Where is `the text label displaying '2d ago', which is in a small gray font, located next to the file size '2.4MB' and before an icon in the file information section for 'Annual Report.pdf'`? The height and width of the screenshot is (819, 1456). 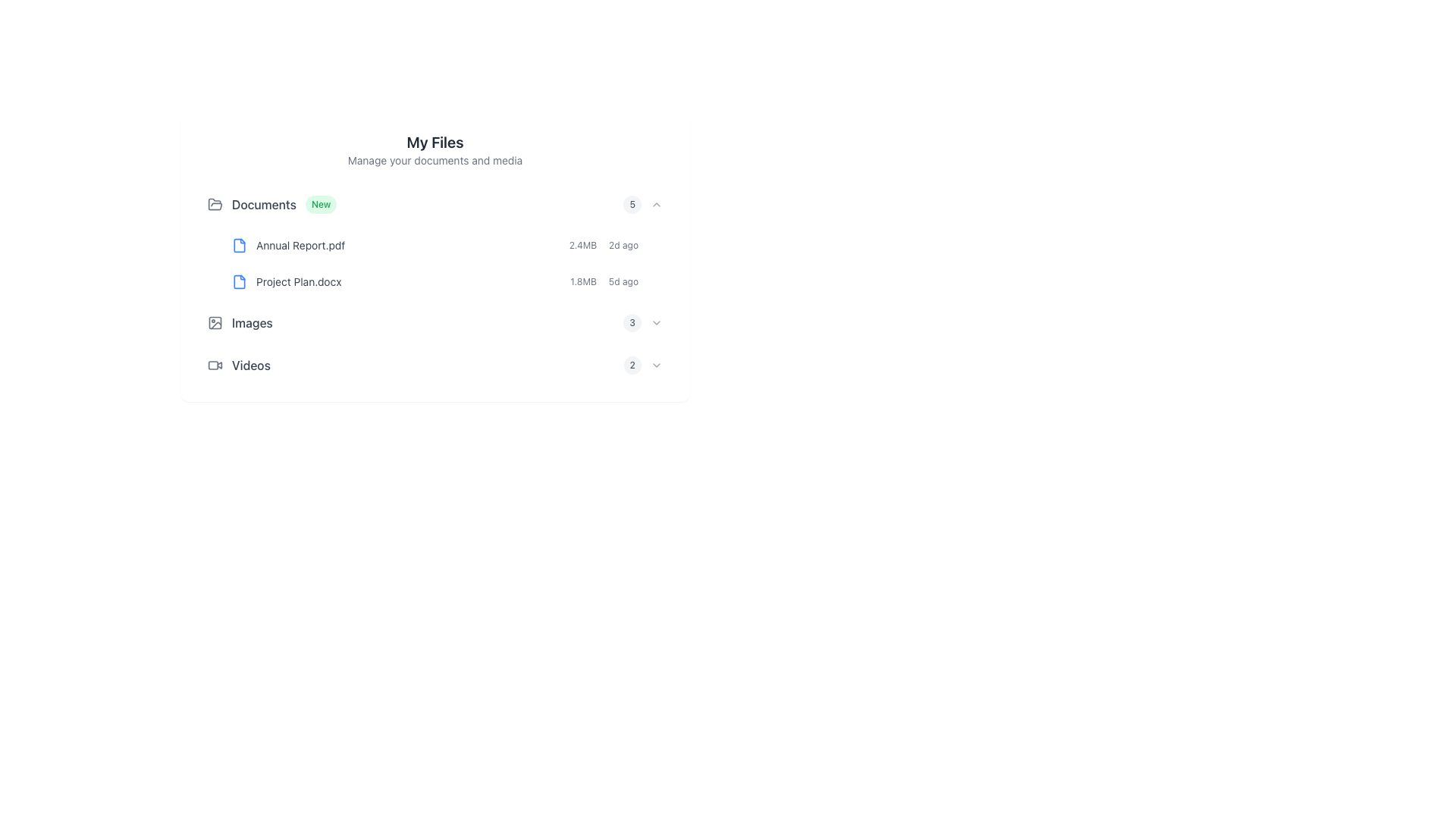
the text label displaying '2d ago', which is in a small gray font, located next to the file size '2.4MB' and before an icon in the file information section for 'Annual Report.pdf' is located at coordinates (623, 245).